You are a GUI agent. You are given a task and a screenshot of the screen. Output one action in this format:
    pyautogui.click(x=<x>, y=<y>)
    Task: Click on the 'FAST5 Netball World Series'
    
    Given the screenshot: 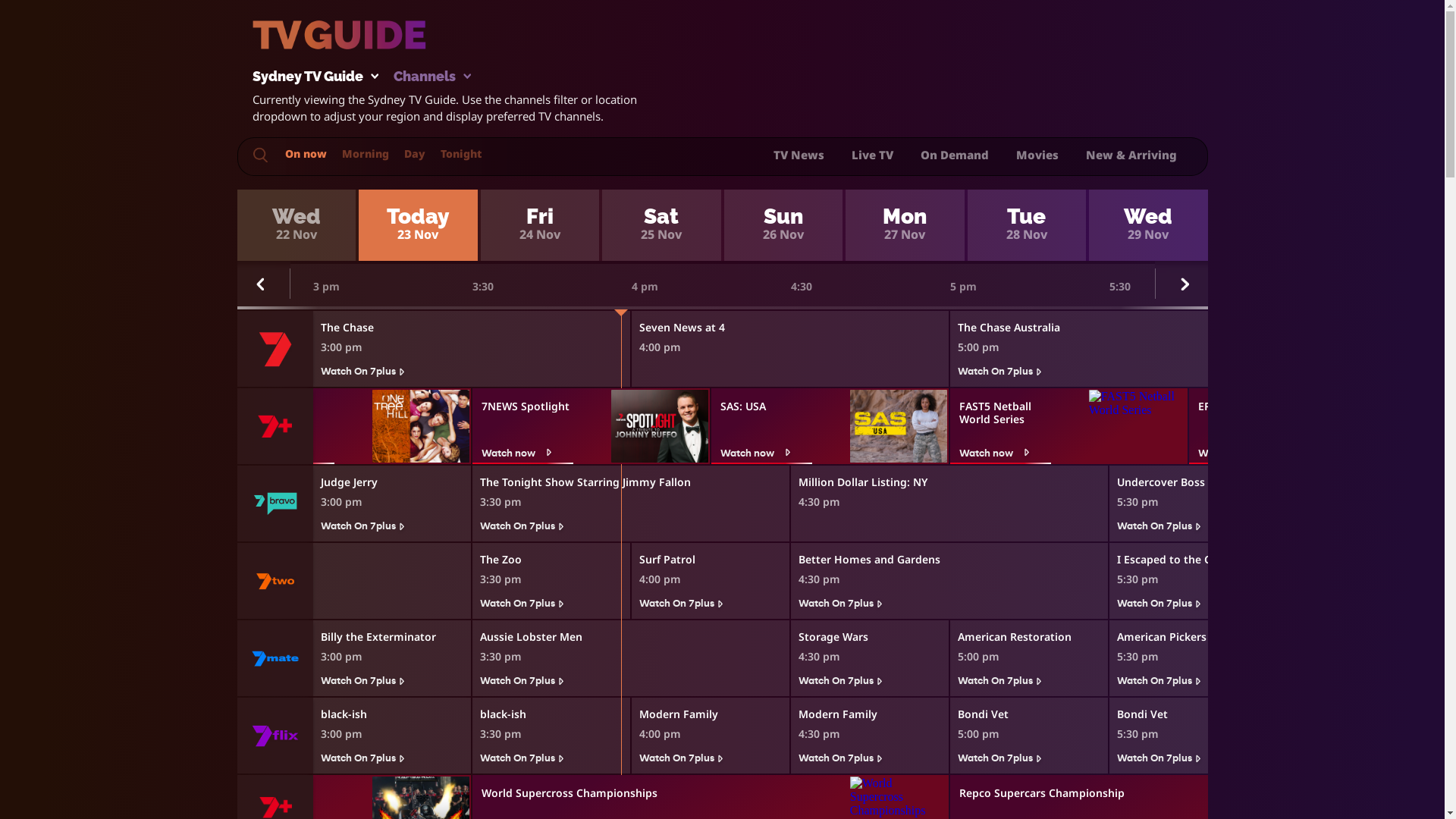 What is the action you would take?
    pyautogui.click(x=1005, y=406)
    